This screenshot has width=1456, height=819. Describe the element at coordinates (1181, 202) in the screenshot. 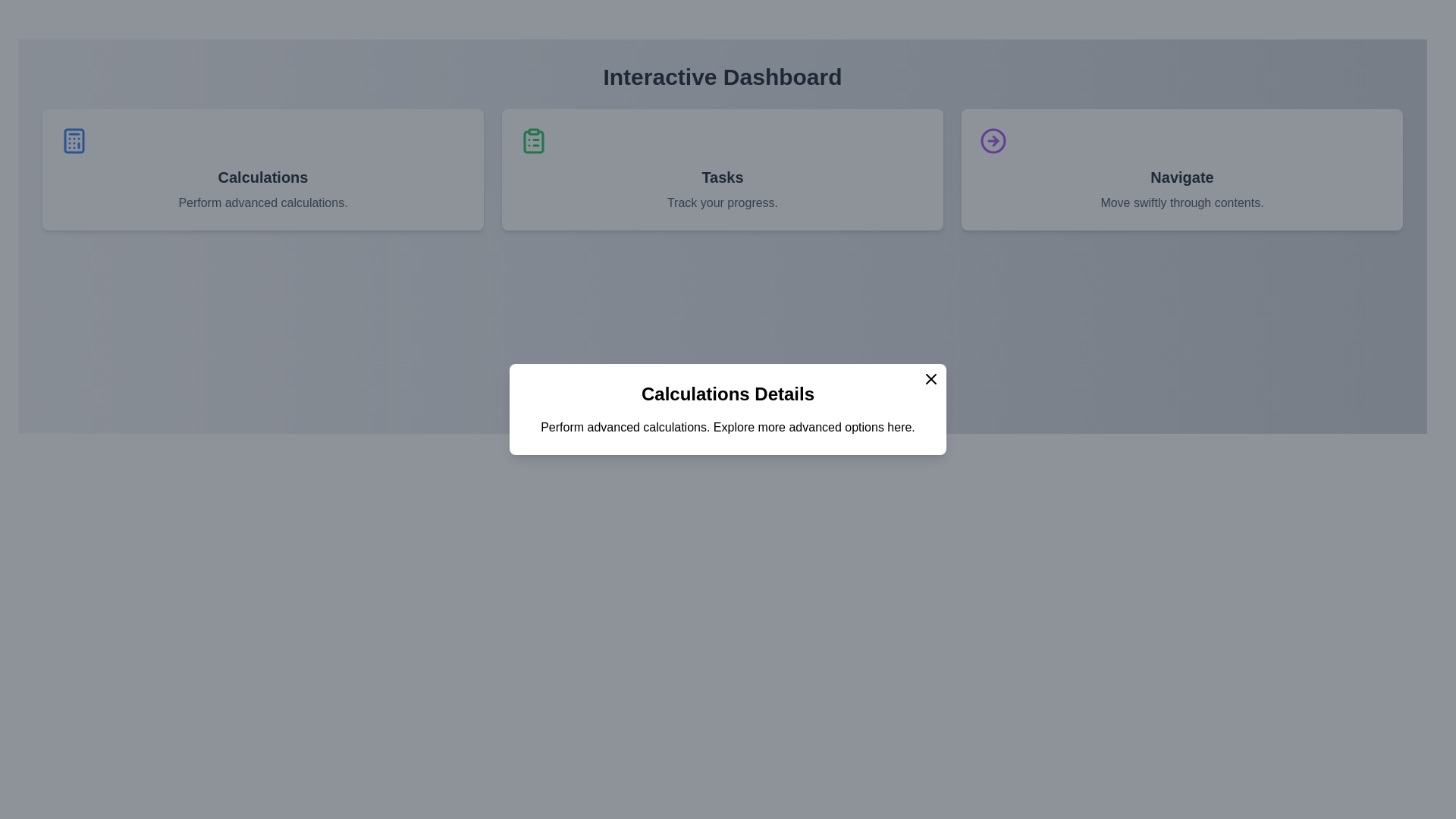

I see `the text label that contains 'Move swiftly through contents.' located below the 'Navigate' heading within a rounded, shadowed card layout` at that location.